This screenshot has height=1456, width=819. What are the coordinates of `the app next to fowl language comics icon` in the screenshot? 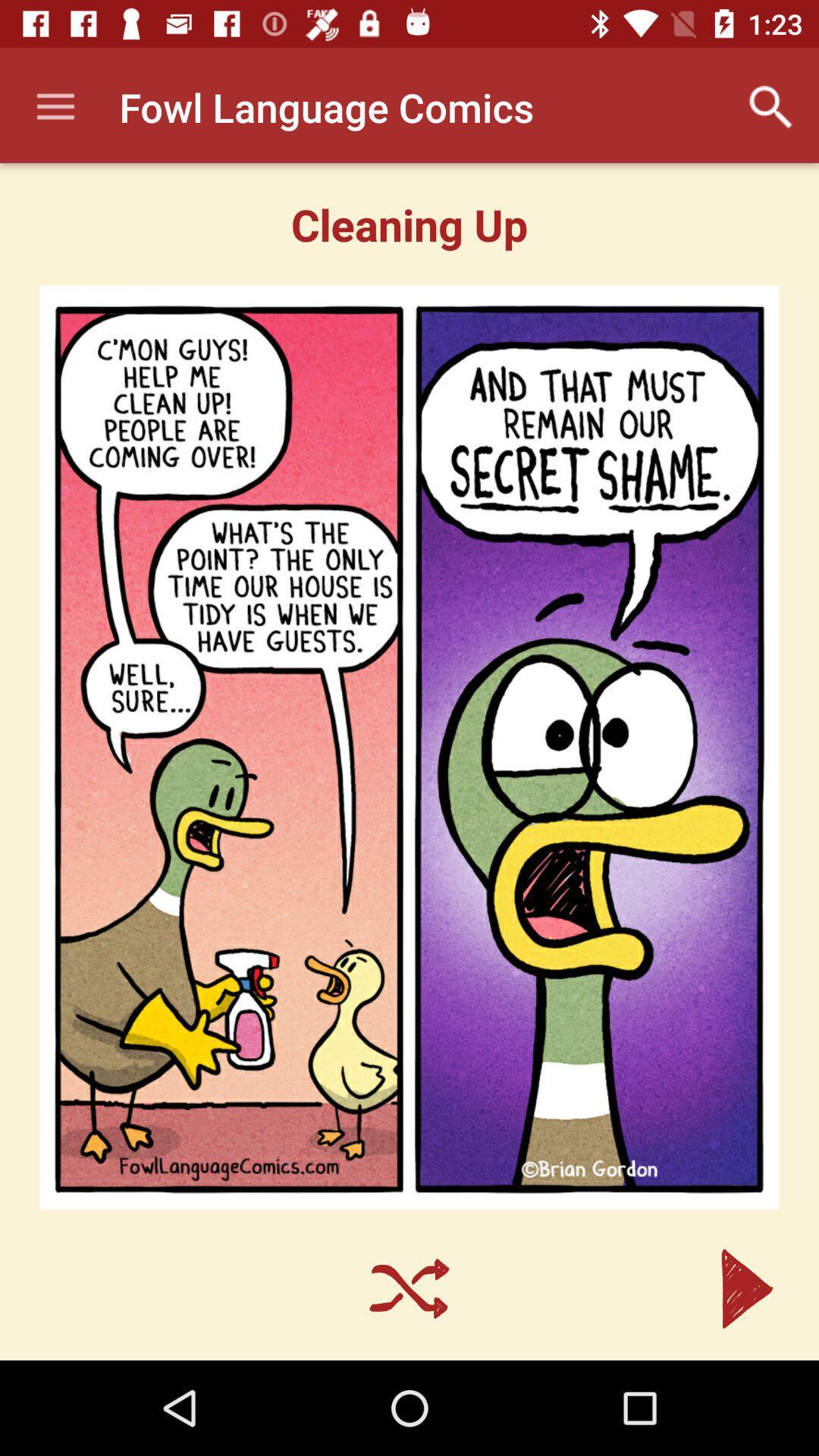 It's located at (771, 106).